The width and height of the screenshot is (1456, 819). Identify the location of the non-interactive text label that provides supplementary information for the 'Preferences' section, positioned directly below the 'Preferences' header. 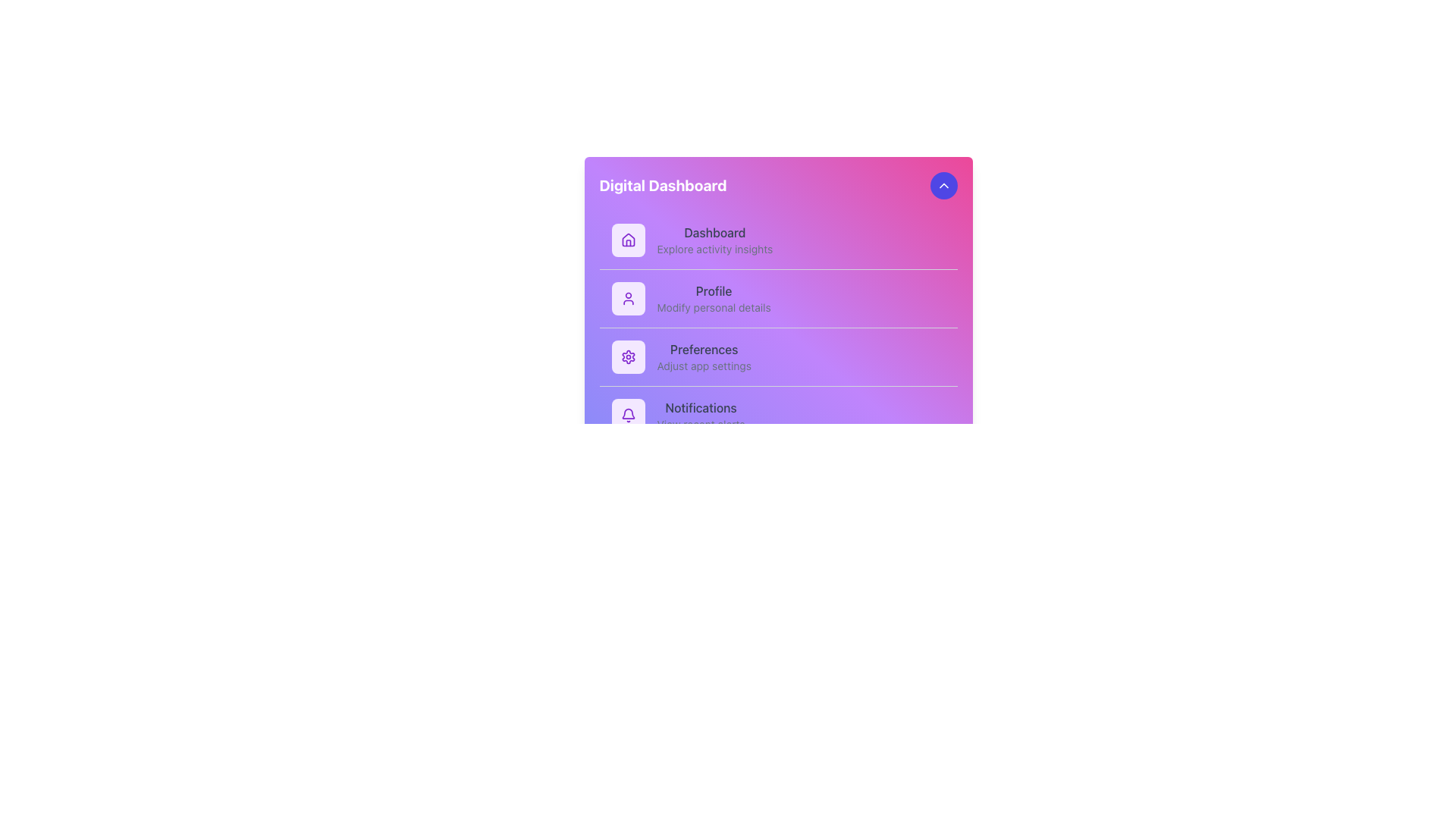
(703, 366).